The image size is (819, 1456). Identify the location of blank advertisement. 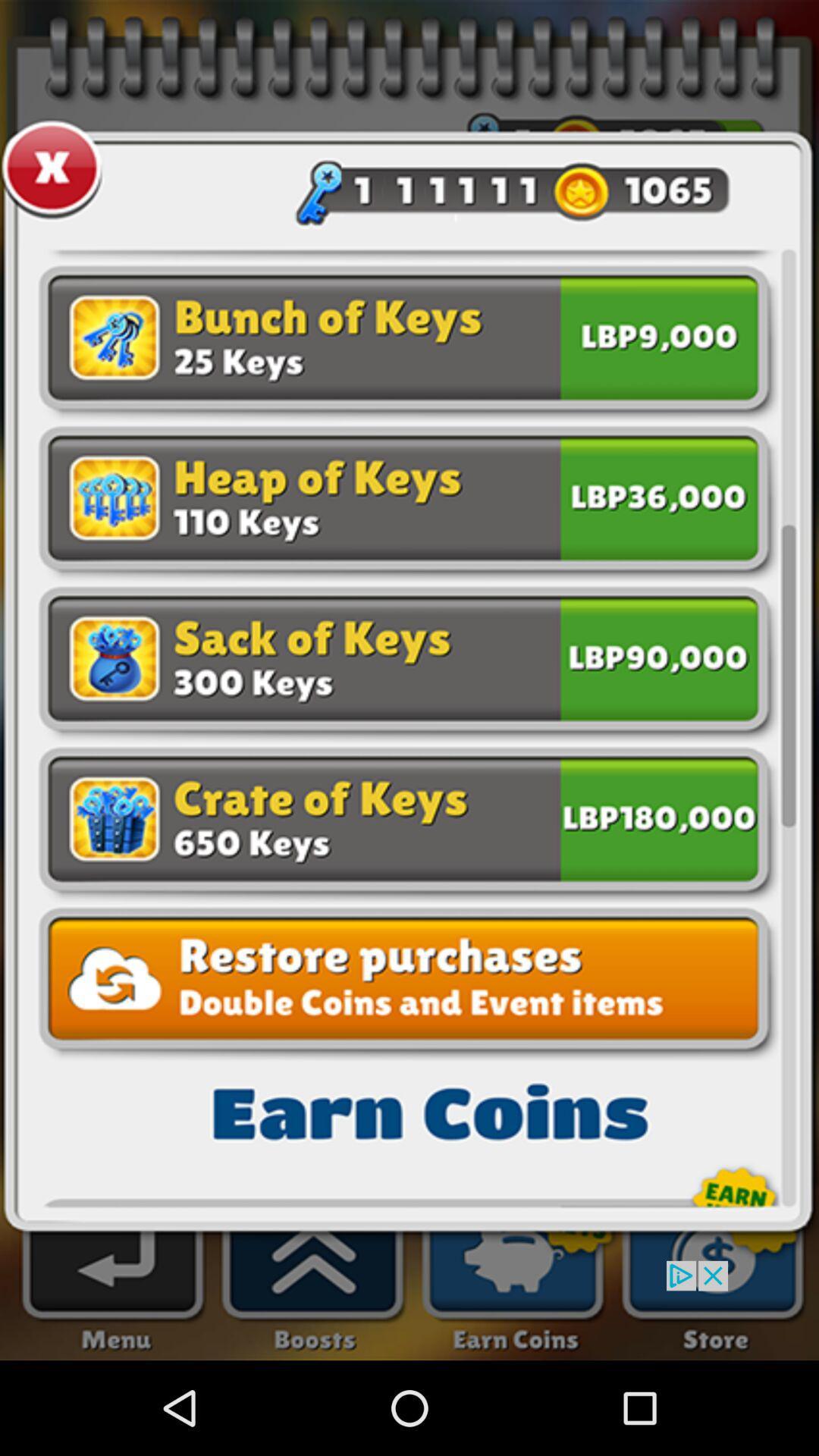
(409, 1310).